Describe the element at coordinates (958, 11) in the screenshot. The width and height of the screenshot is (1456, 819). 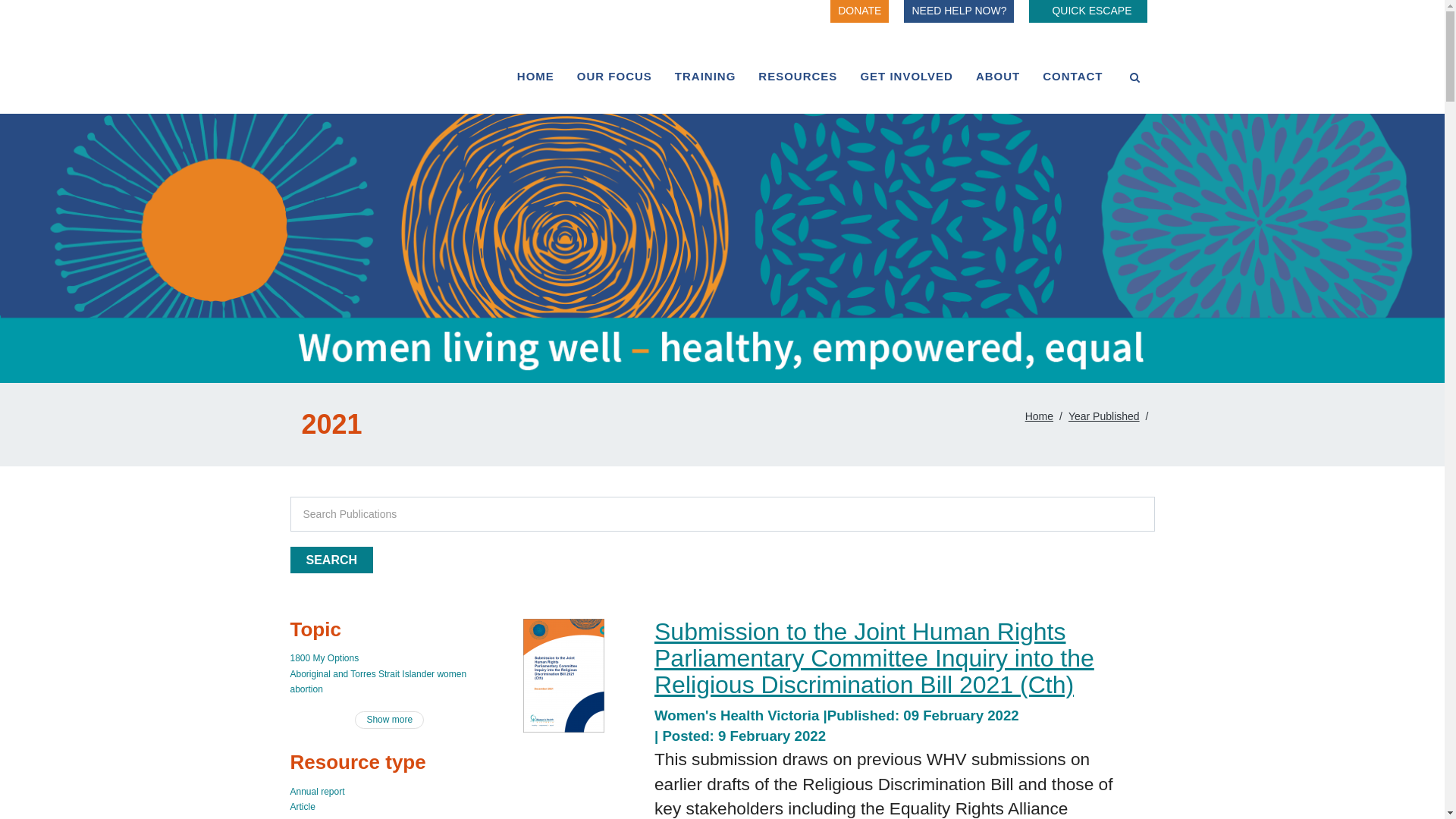
I see `'NEED HELP NOW?'` at that location.